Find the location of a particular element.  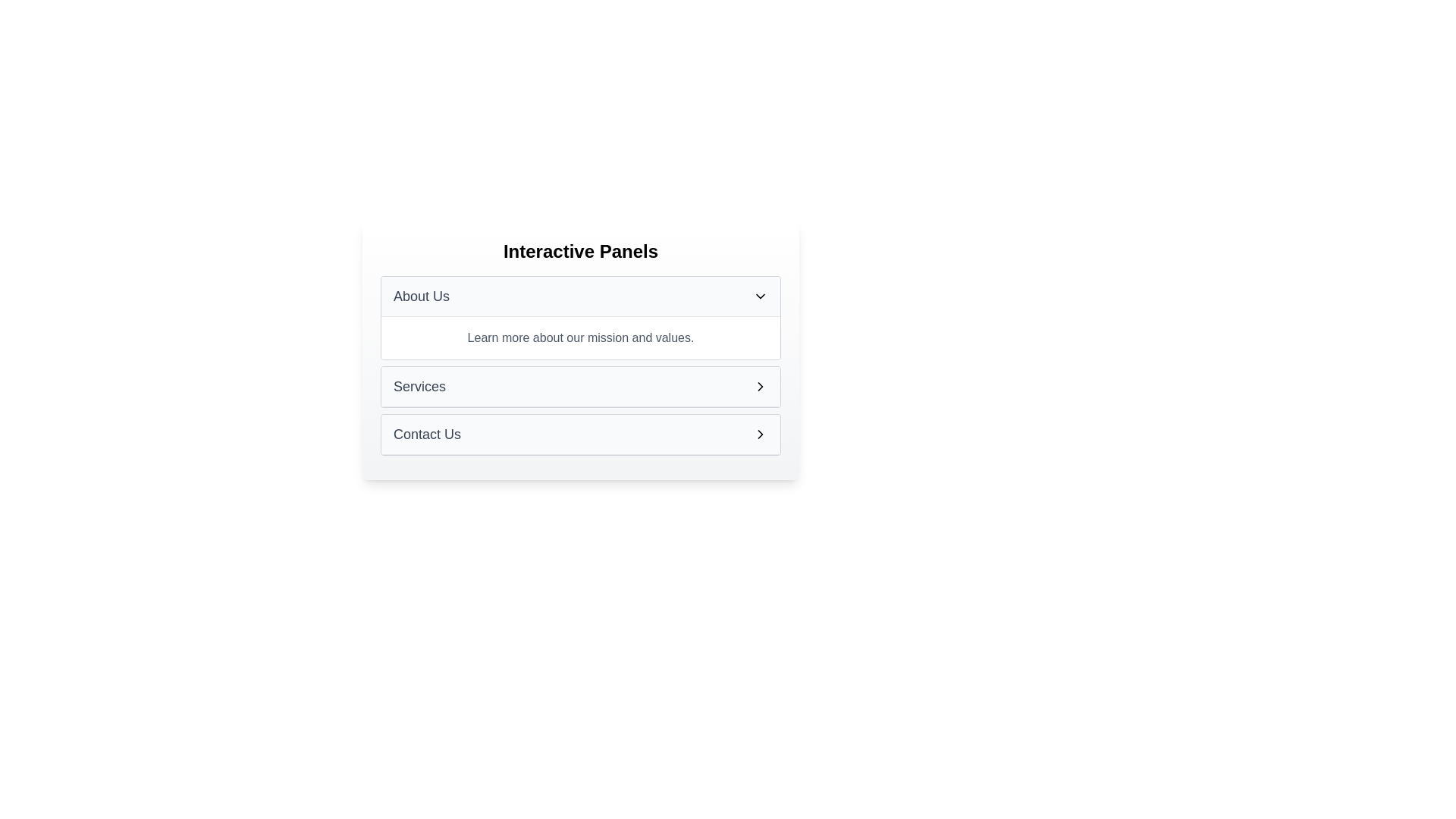

the 'Services' button located in the middle of the interactive options panel is located at coordinates (580, 385).